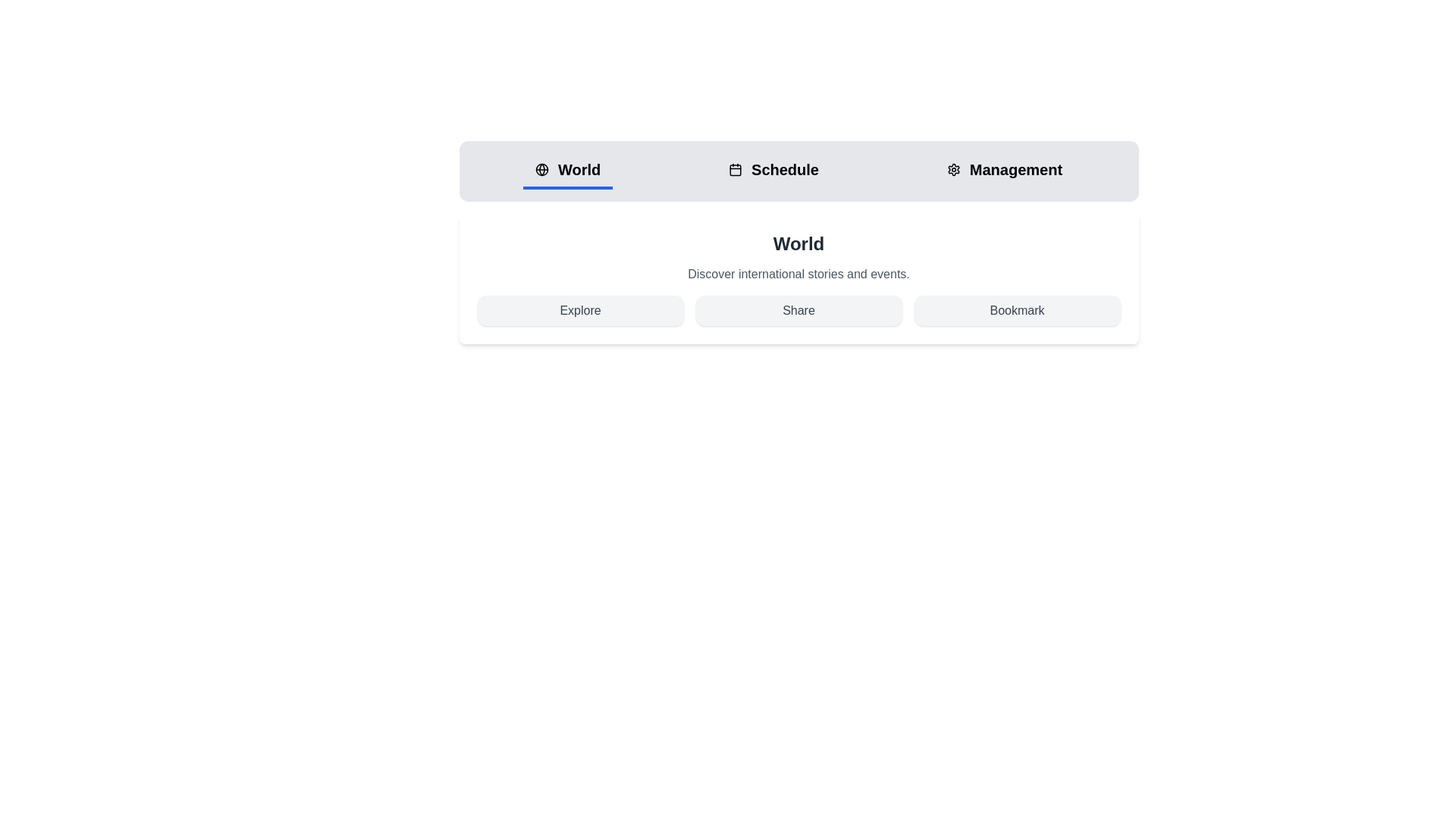 The image size is (1456, 819). I want to click on the Schedule tab by clicking on it, so click(773, 171).